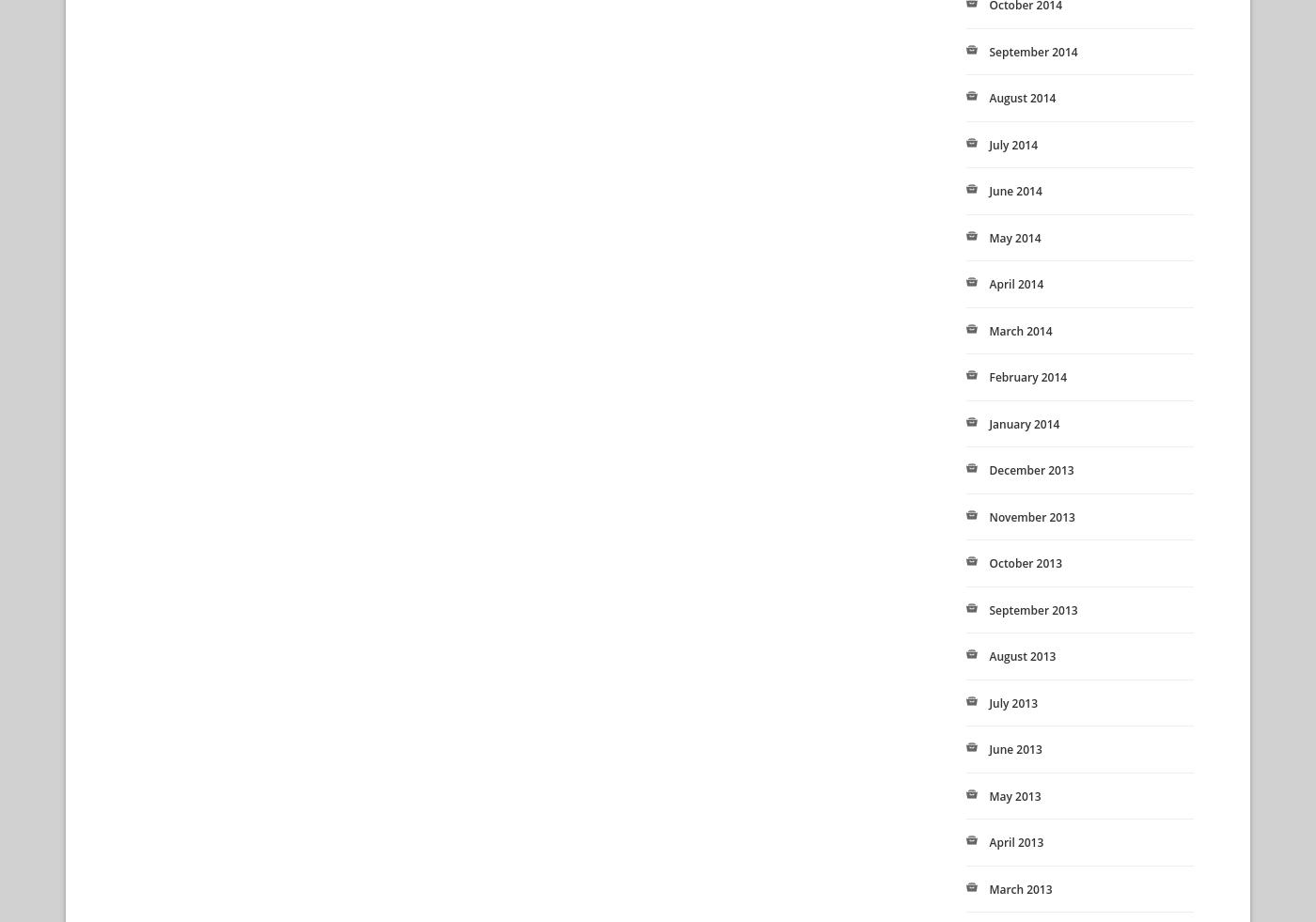 The image size is (1316, 922). I want to click on 'September 2013', so click(1033, 609).